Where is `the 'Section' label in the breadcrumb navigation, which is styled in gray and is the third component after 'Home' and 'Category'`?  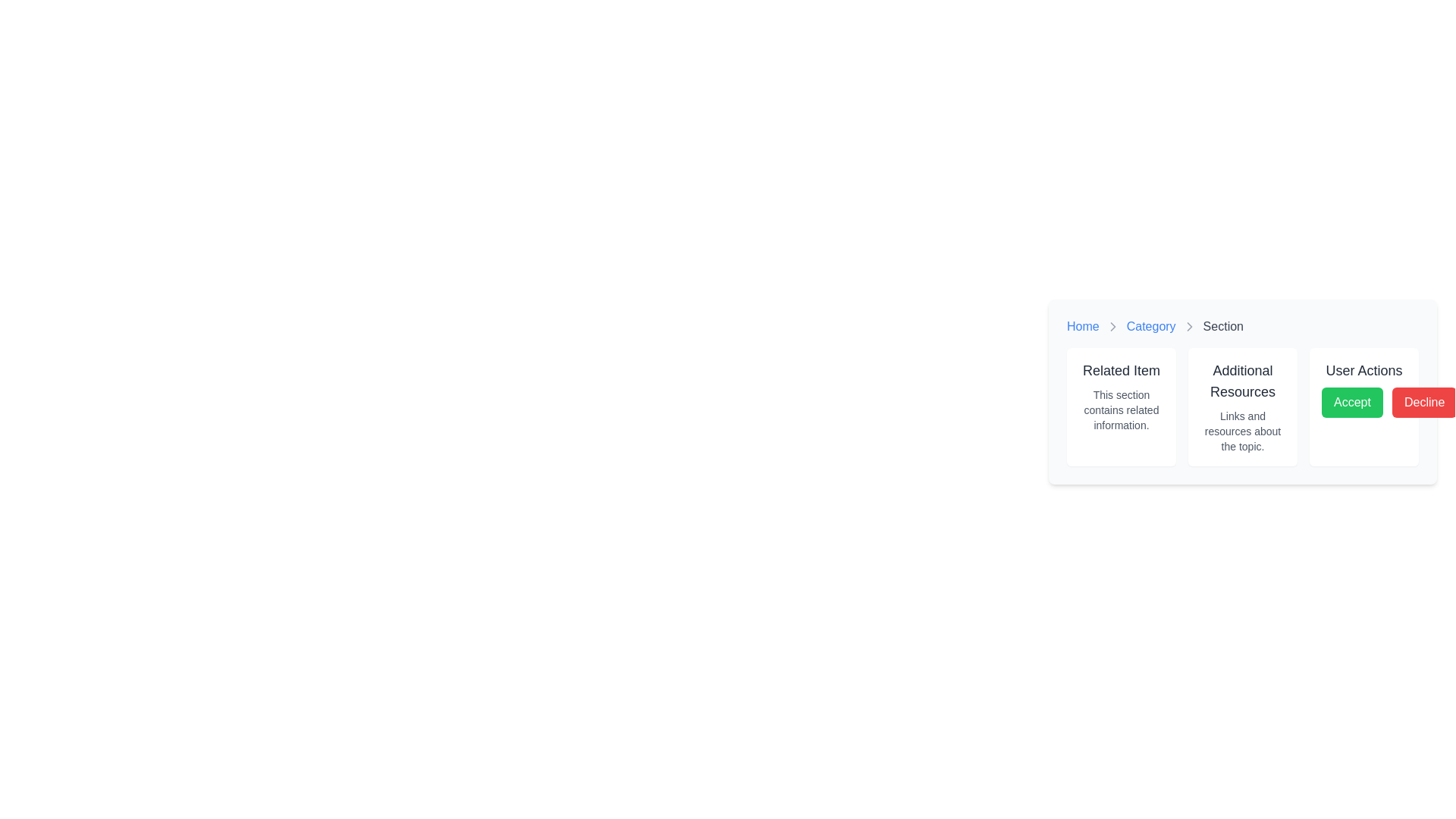 the 'Section' label in the breadcrumb navigation, which is styled in gray and is the third component after 'Home' and 'Category' is located at coordinates (1223, 326).